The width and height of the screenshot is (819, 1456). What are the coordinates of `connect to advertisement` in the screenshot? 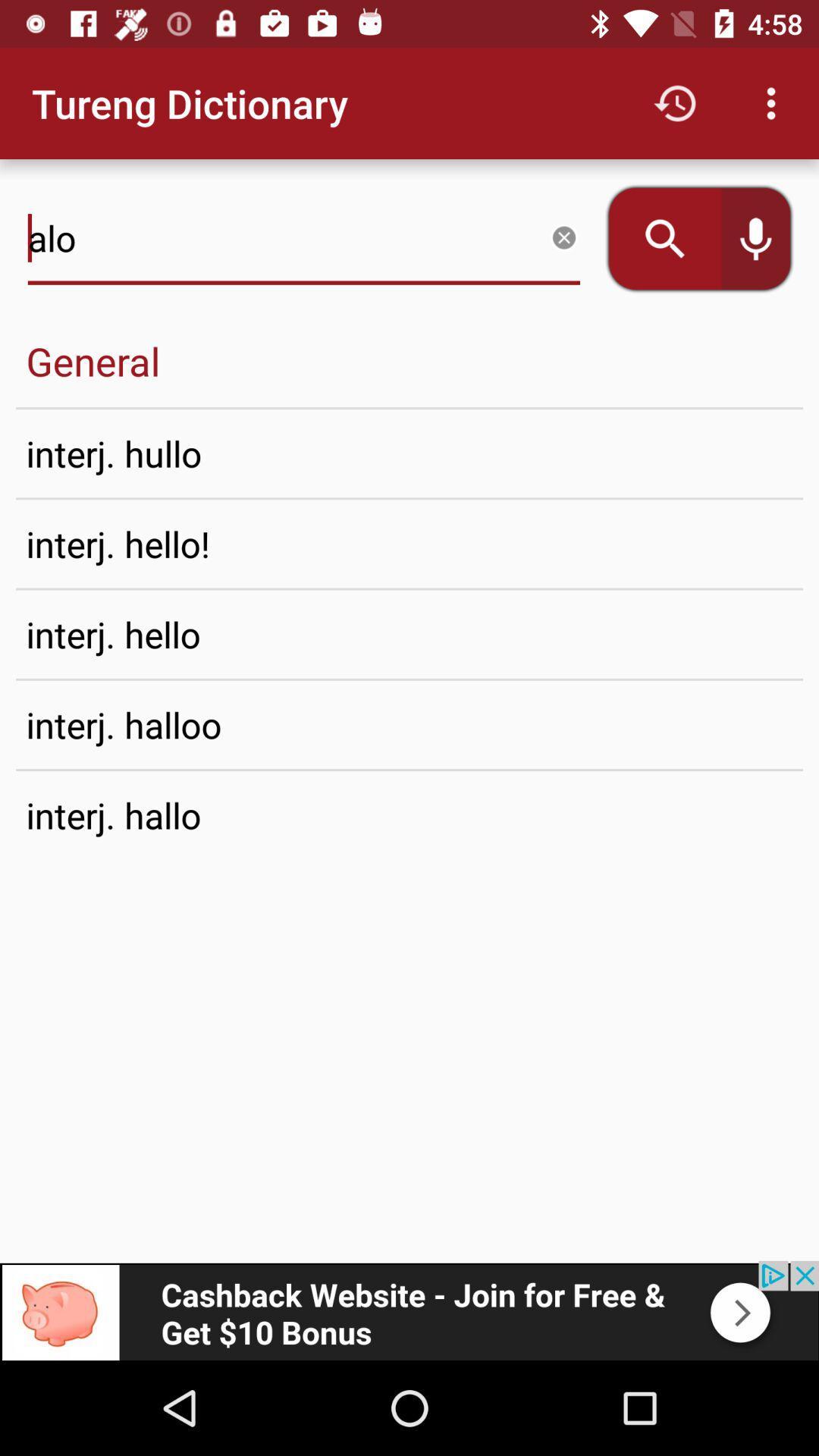 It's located at (409, 1310).